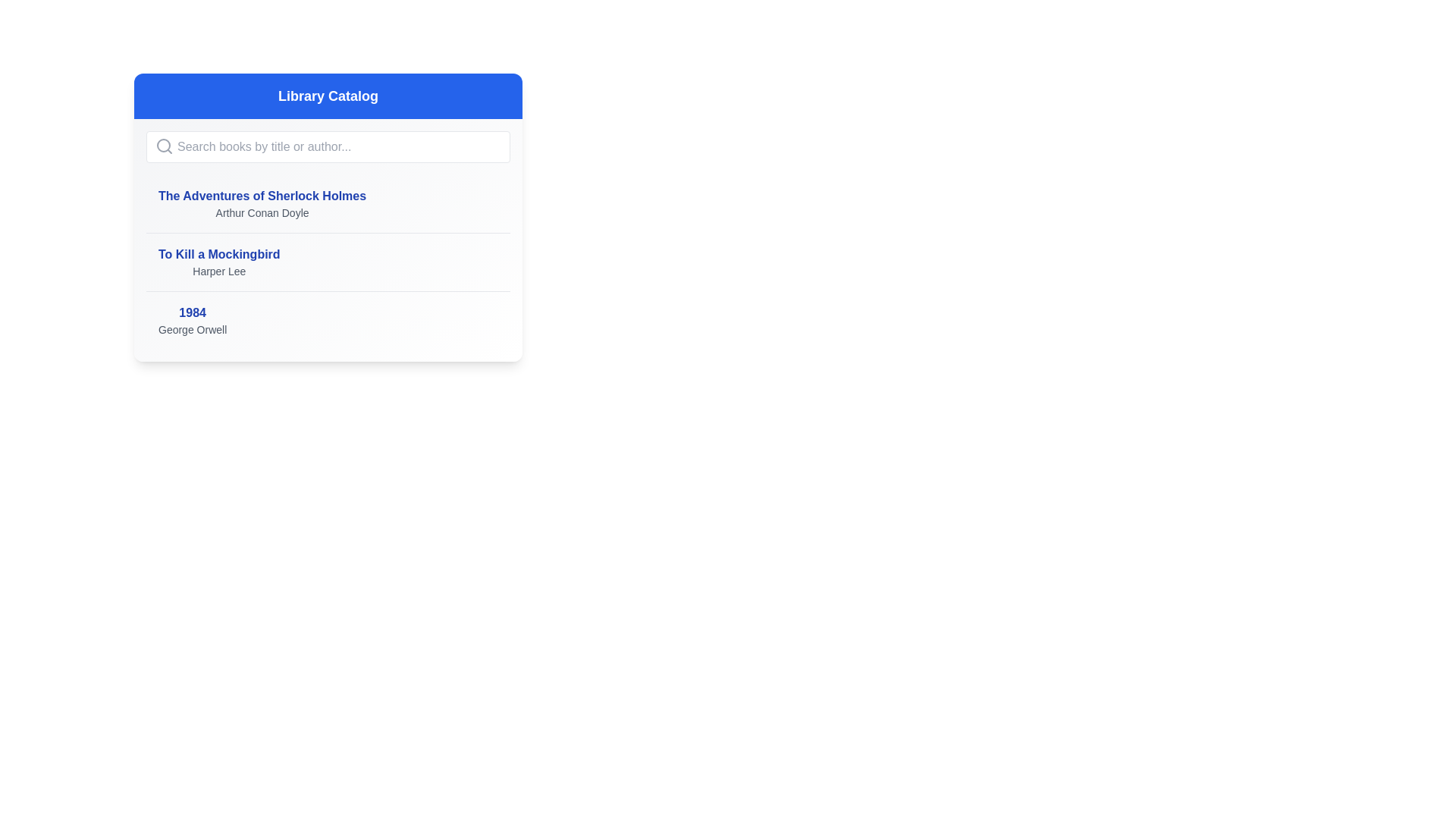 Image resolution: width=1456 pixels, height=819 pixels. What do you see at coordinates (327, 96) in the screenshot?
I see `the 'Library Catalog' text label, which is displayed in bold font on a blue banner at the top-center of the interface` at bounding box center [327, 96].